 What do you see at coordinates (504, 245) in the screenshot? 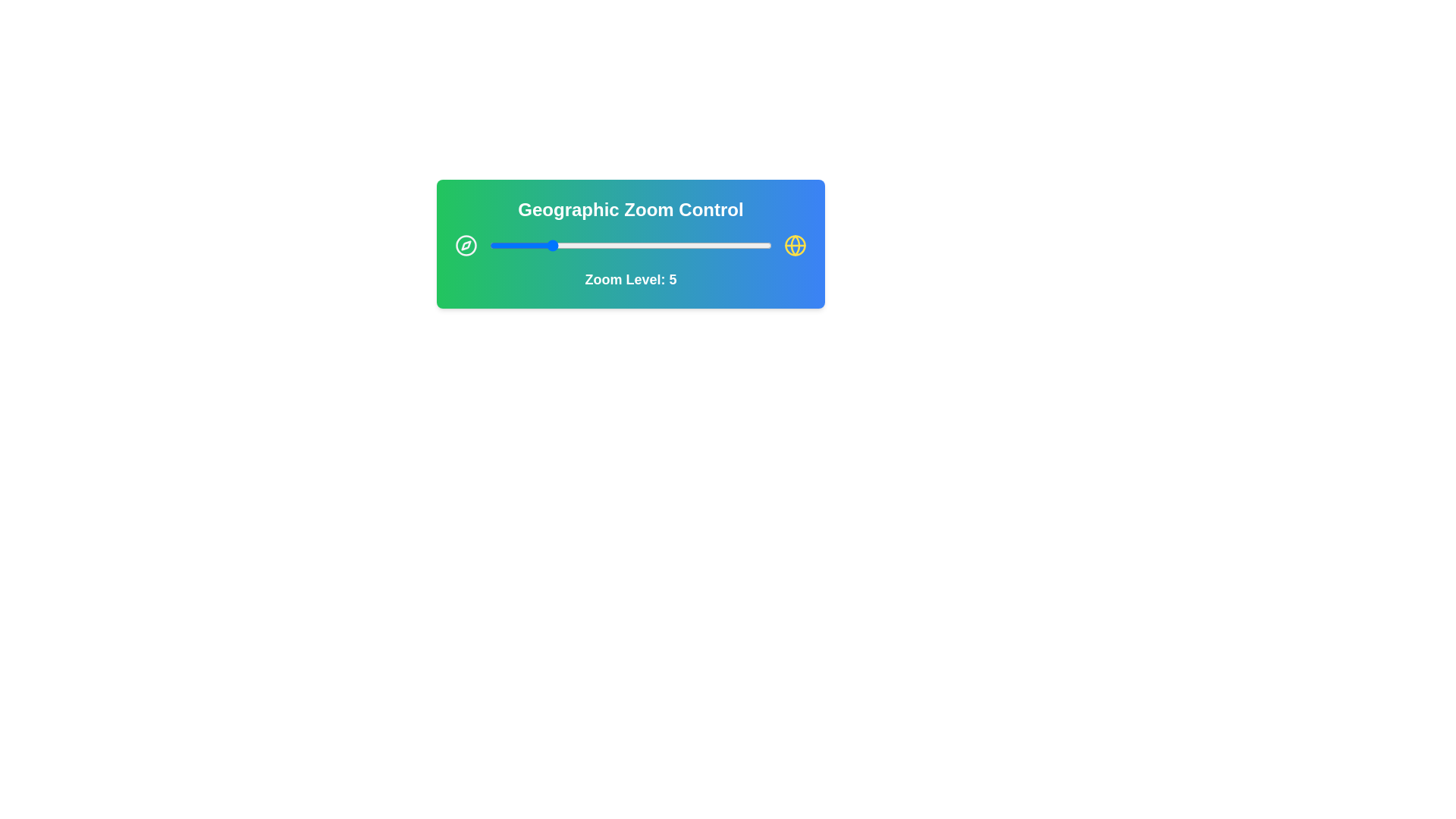
I see `the zoom level to 2 by interacting with the slider` at bounding box center [504, 245].